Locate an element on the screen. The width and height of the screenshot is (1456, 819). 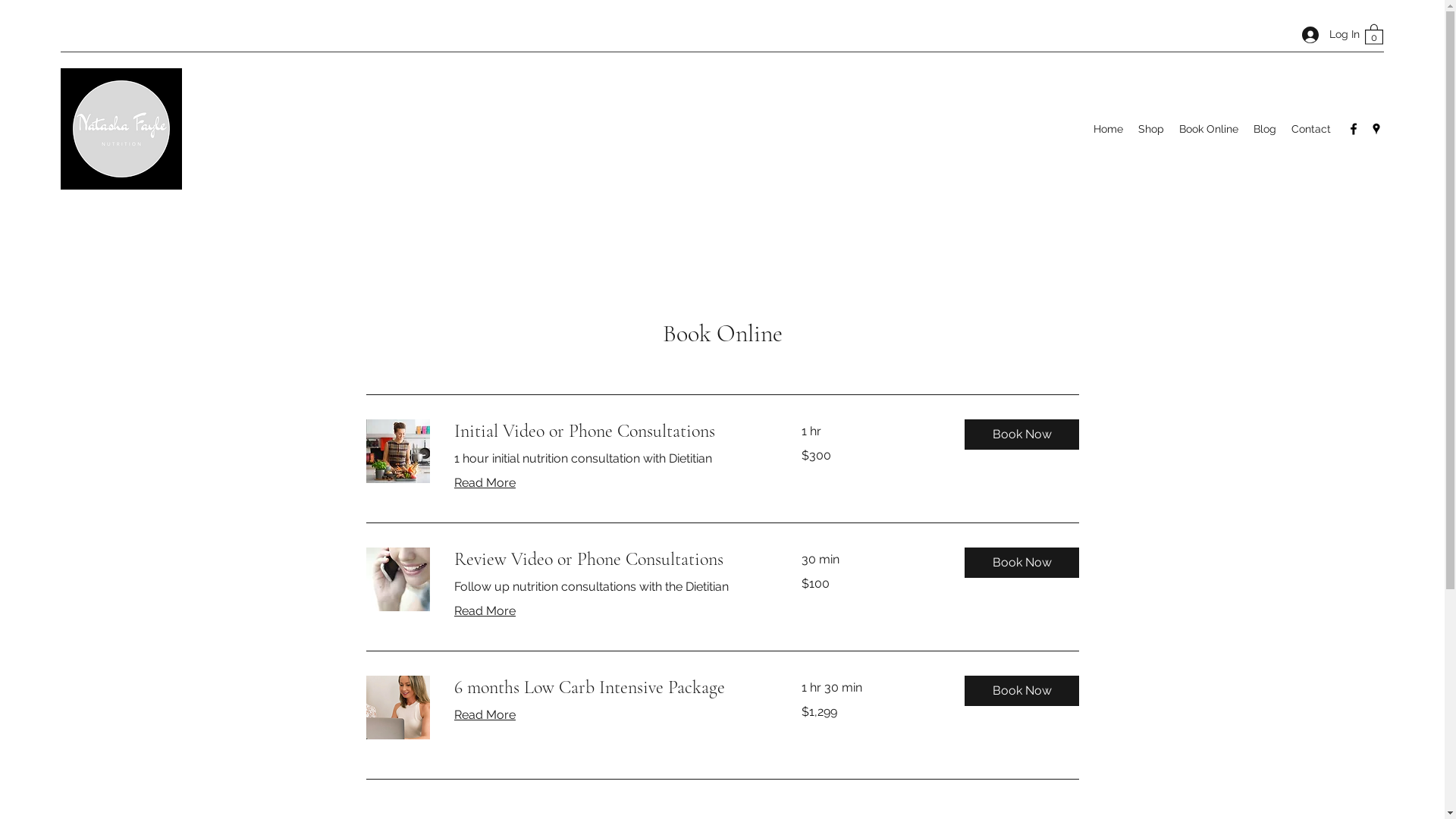
'Shop' is located at coordinates (1131, 127).